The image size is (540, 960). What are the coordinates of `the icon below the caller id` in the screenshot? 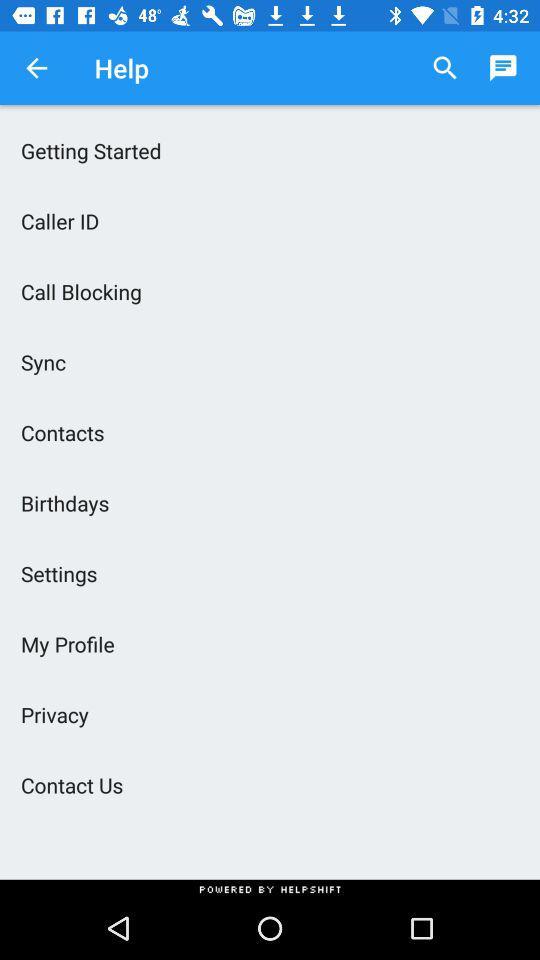 It's located at (270, 290).